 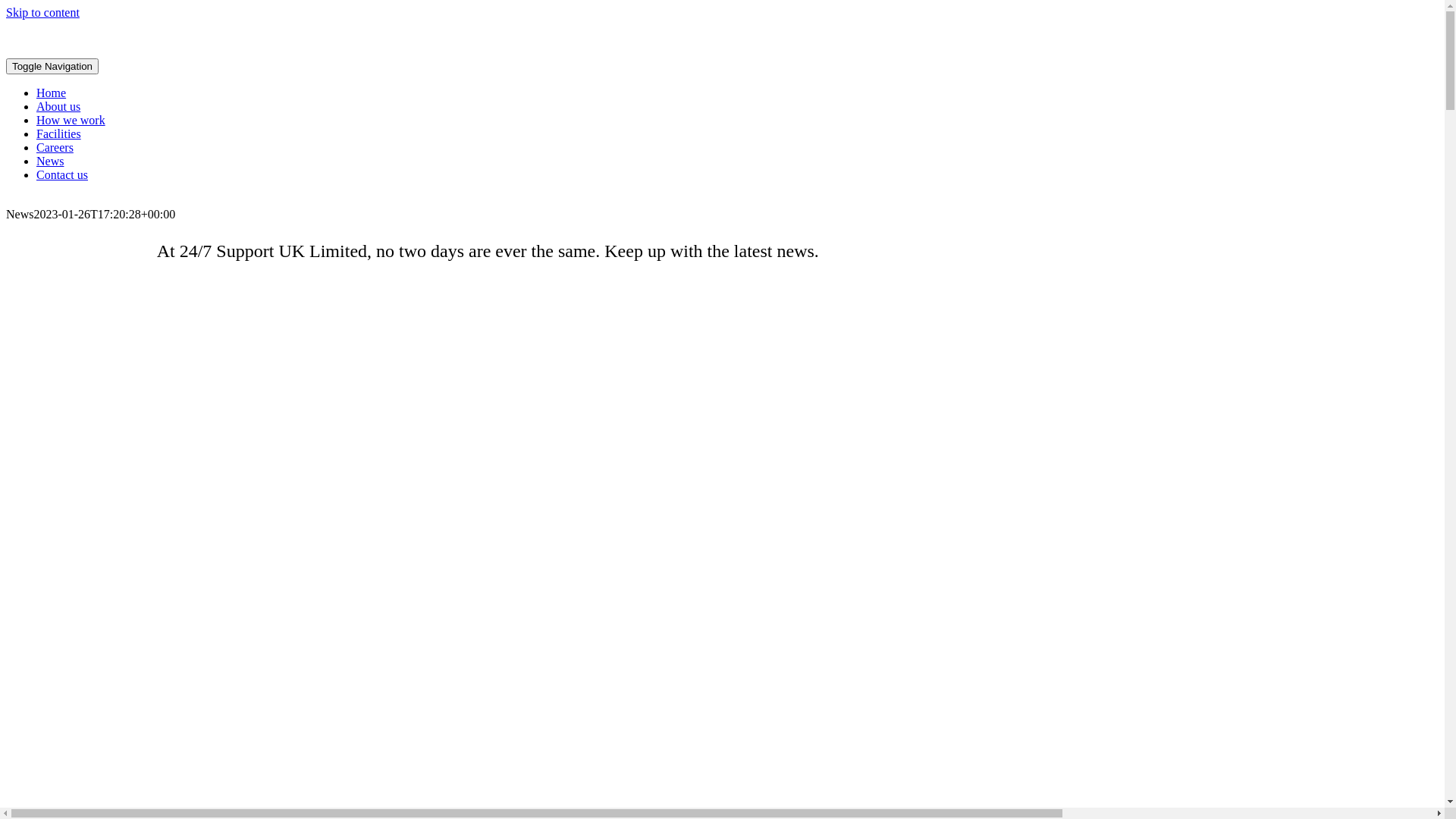 I want to click on 'Home', so click(x=51, y=93).